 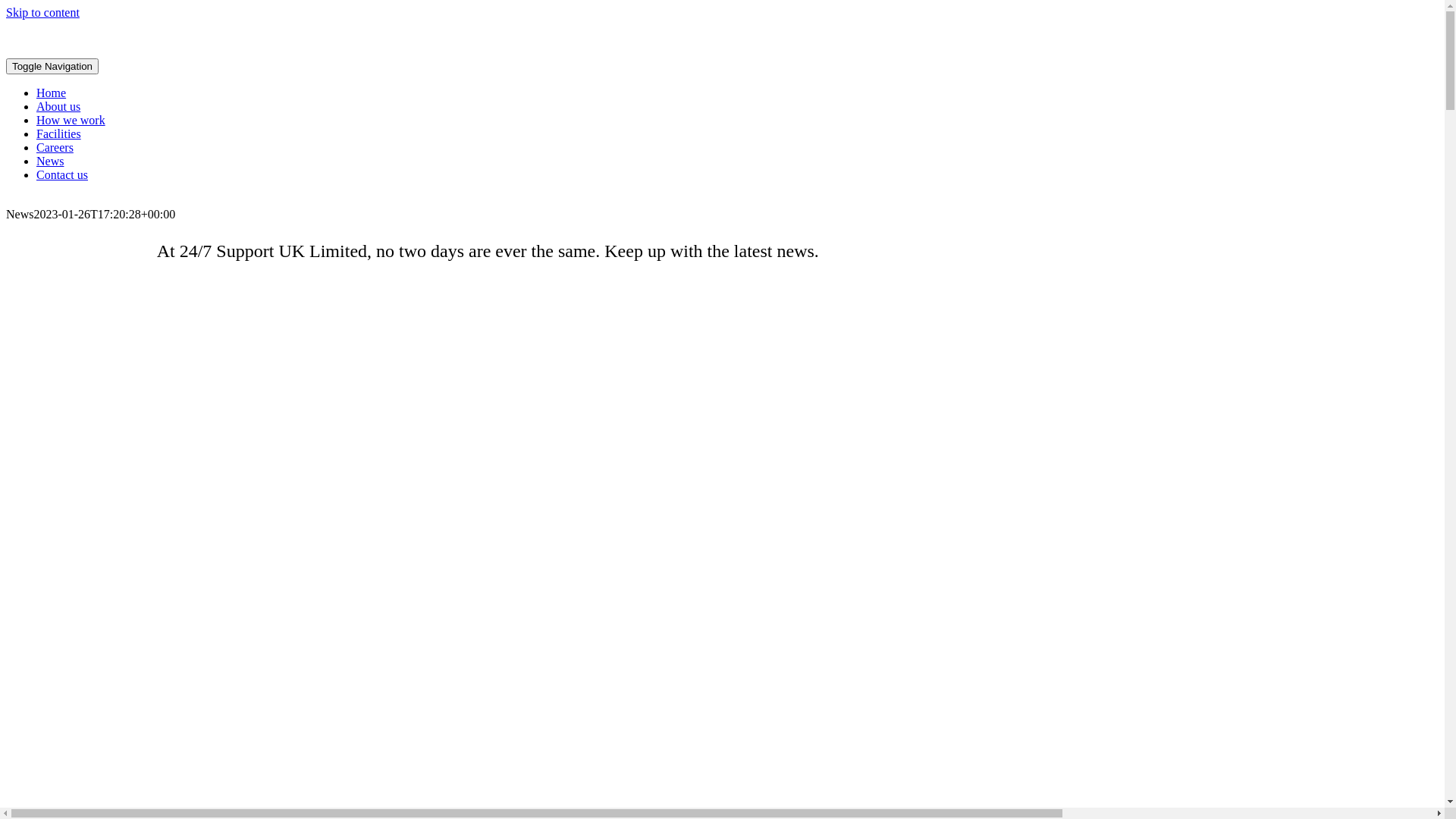 I want to click on 'Home', so click(x=51, y=93).